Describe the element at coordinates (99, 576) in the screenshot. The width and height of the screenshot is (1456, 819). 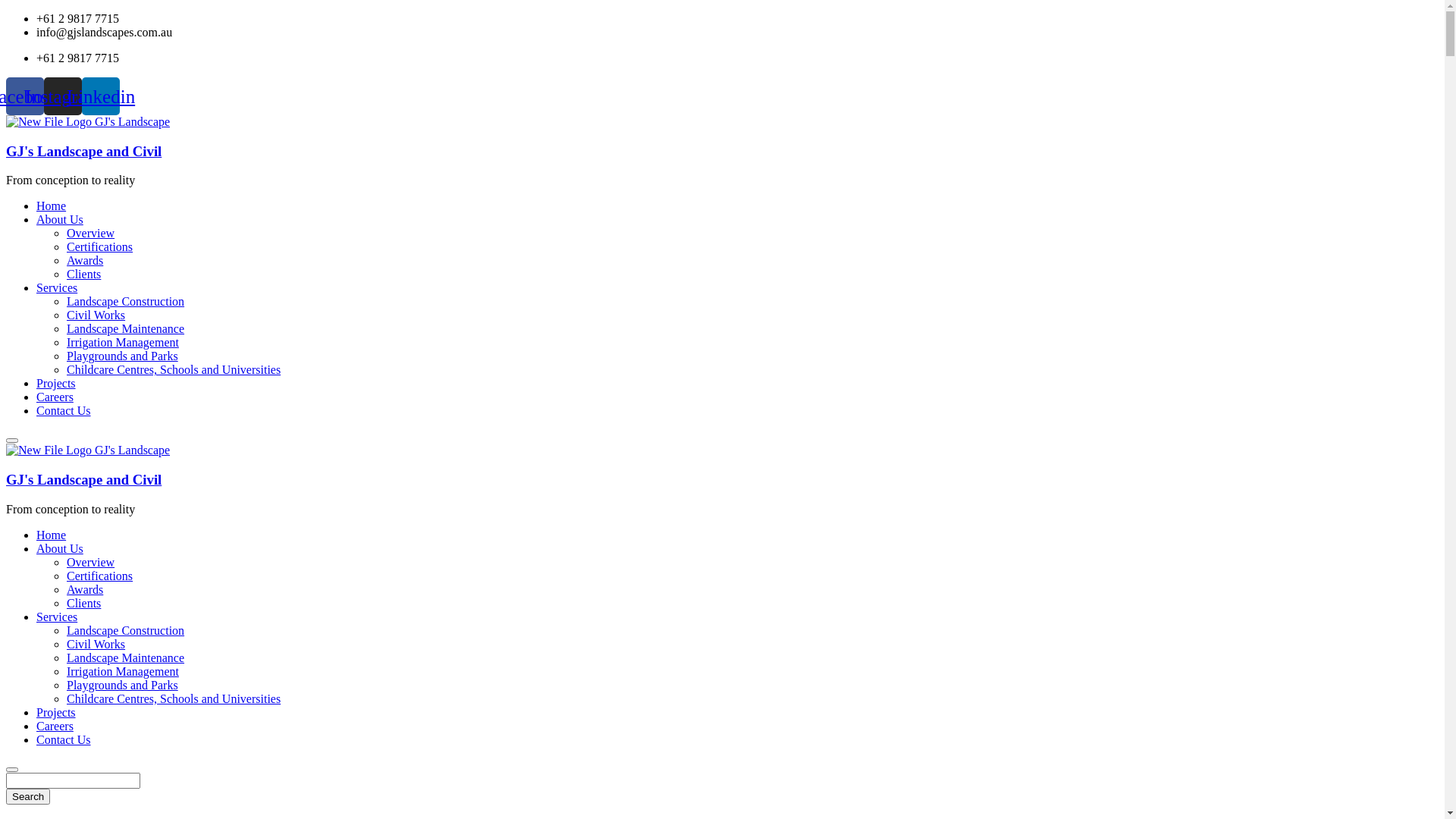
I see `'Certifications'` at that location.